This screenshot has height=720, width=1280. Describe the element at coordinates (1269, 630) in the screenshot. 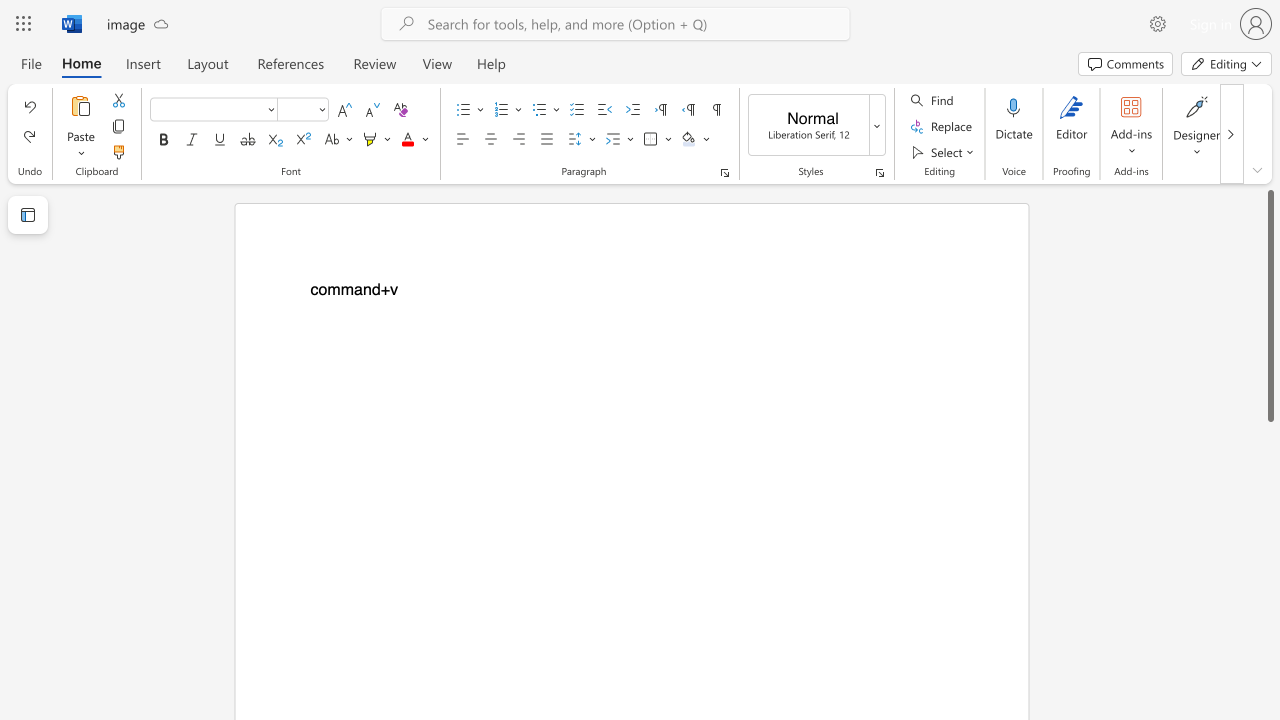

I see `the scrollbar on the right side to scroll the page down` at that location.